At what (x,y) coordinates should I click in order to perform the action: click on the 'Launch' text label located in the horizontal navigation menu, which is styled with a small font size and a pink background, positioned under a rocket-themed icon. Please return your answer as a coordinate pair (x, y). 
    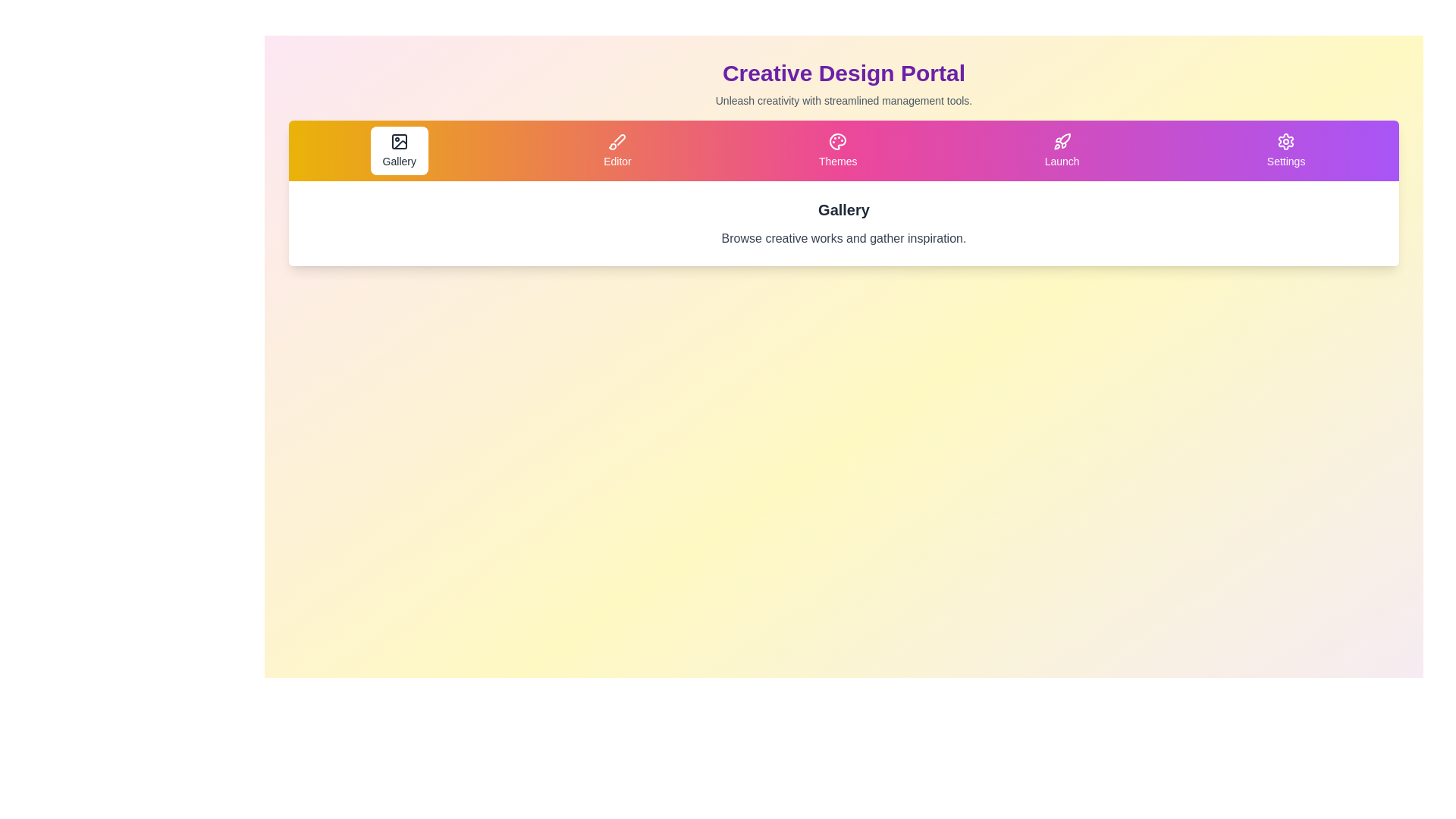
    Looking at the image, I should click on (1061, 161).